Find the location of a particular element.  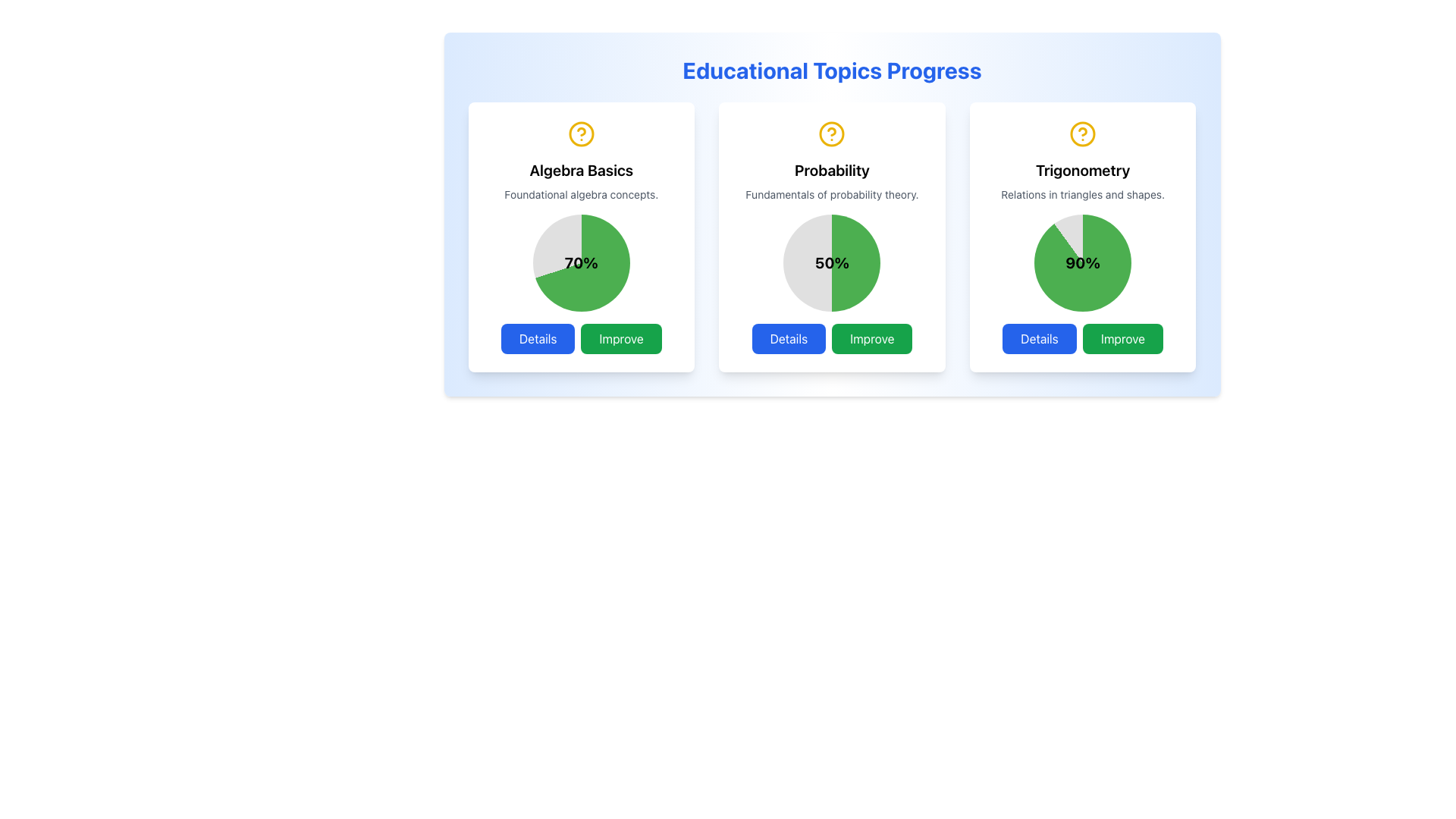

the informational icon located at the top-center of the 'Trigonometry' card is located at coordinates (1082, 133).